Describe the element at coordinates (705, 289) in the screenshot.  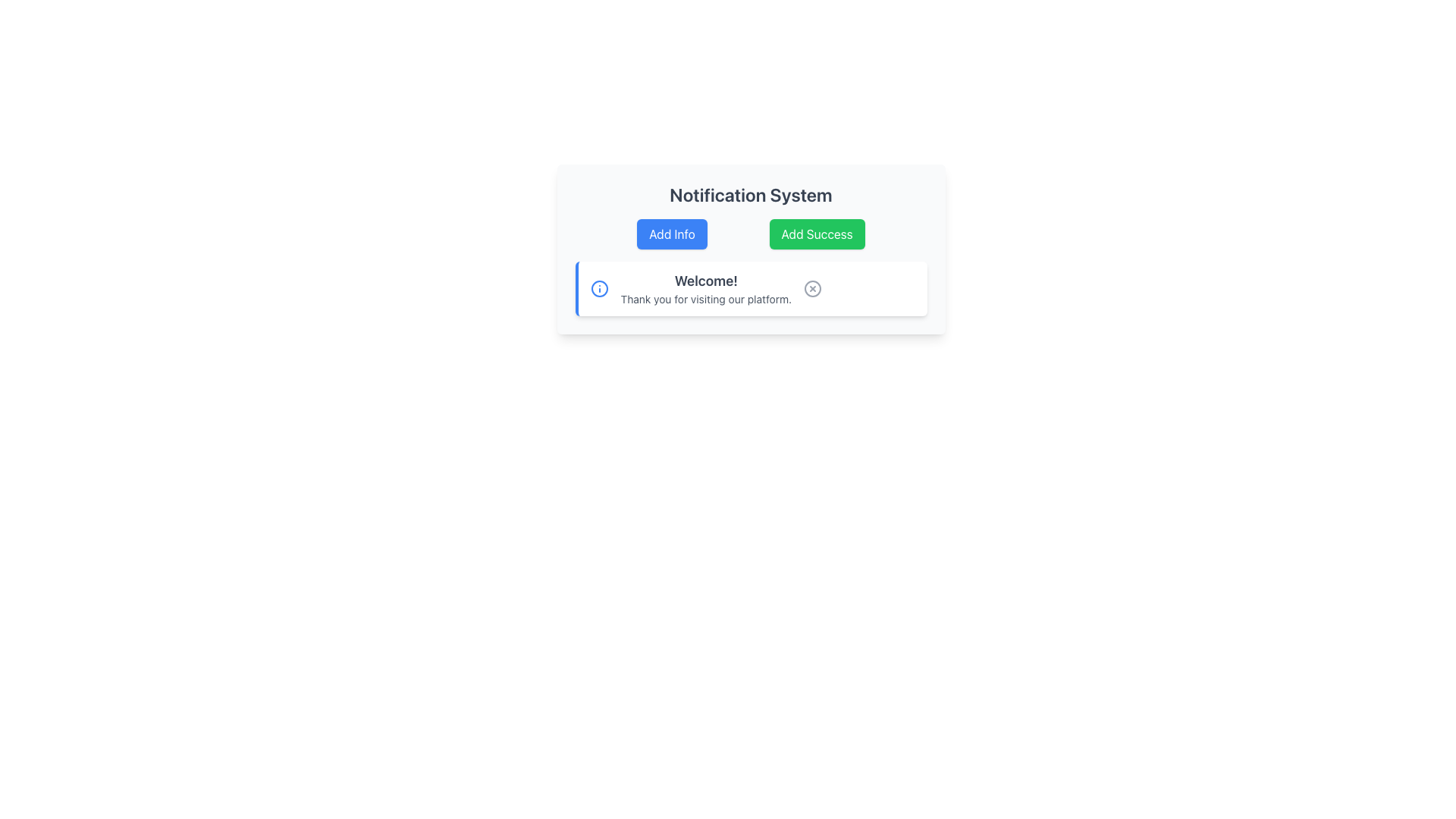
I see `the static text block that serves as a greeting within the notification card, which is centrally located between an informational icon and a close button` at that location.